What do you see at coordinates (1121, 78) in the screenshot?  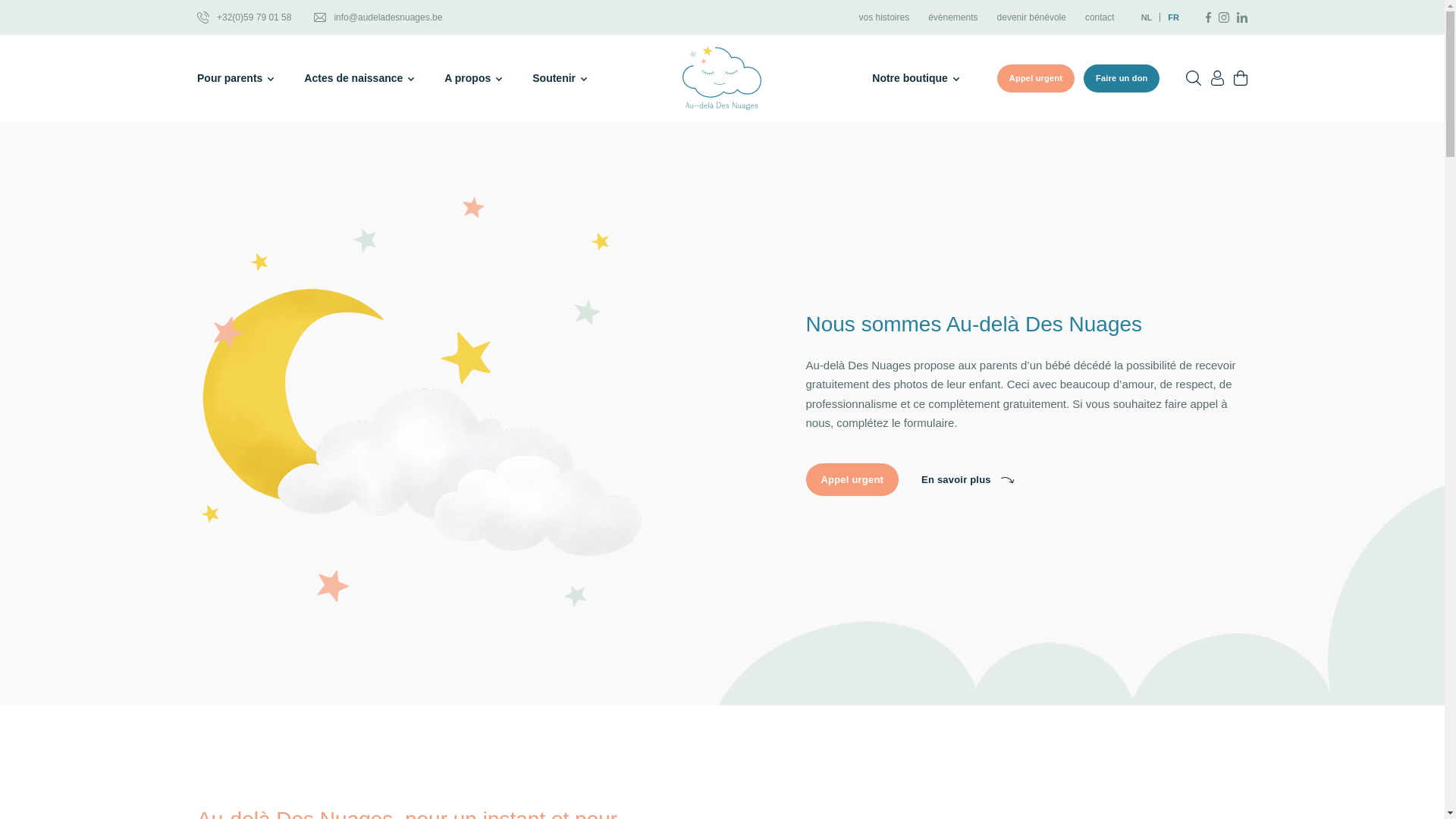 I see `'Faire un don'` at bounding box center [1121, 78].